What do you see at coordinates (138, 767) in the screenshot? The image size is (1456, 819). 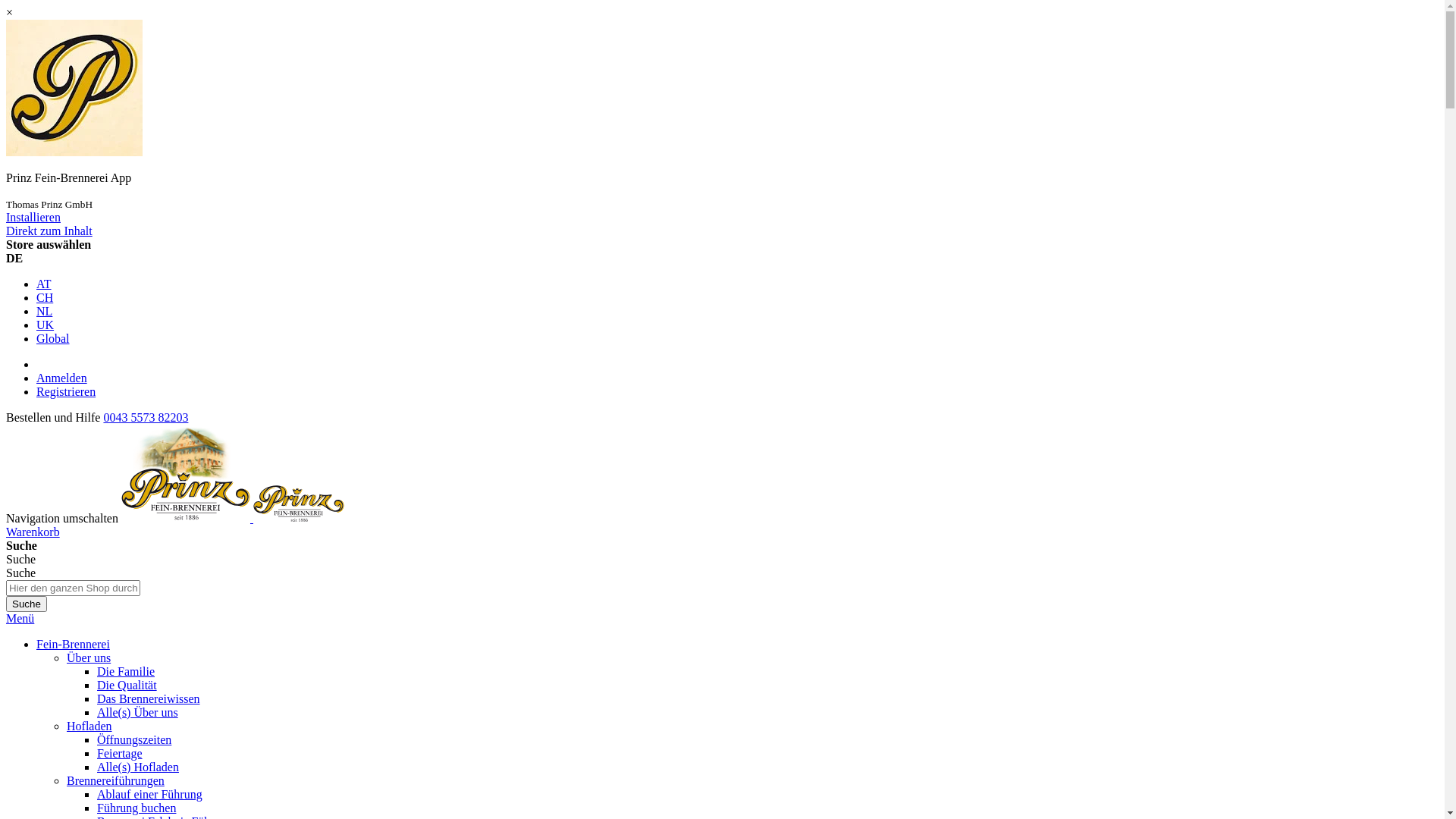 I see `'Alle(s) Hofladen'` at bounding box center [138, 767].